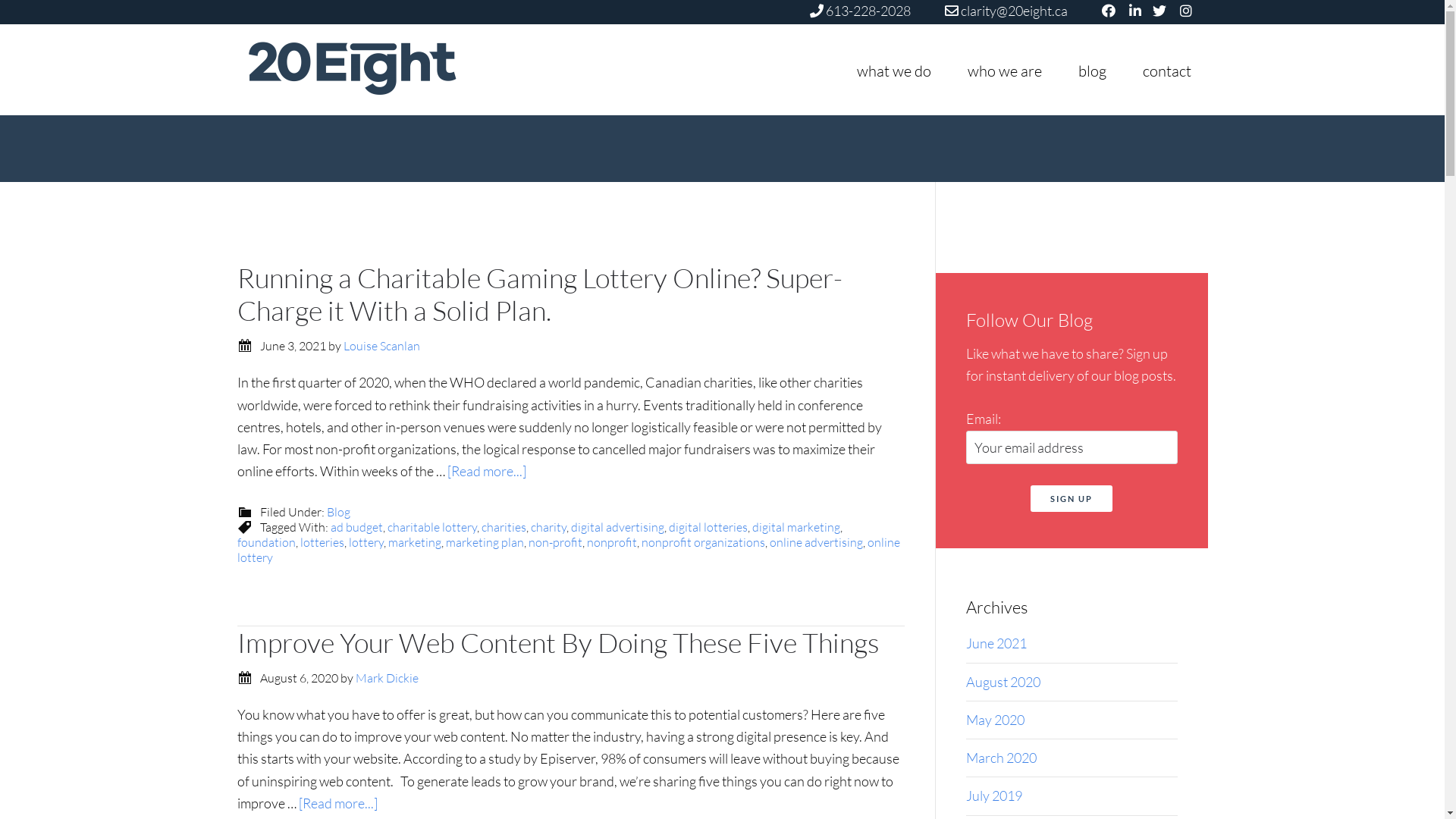 The width and height of the screenshot is (1456, 819). What do you see at coordinates (1092, 71) in the screenshot?
I see `'blog'` at bounding box center [1092, 71].